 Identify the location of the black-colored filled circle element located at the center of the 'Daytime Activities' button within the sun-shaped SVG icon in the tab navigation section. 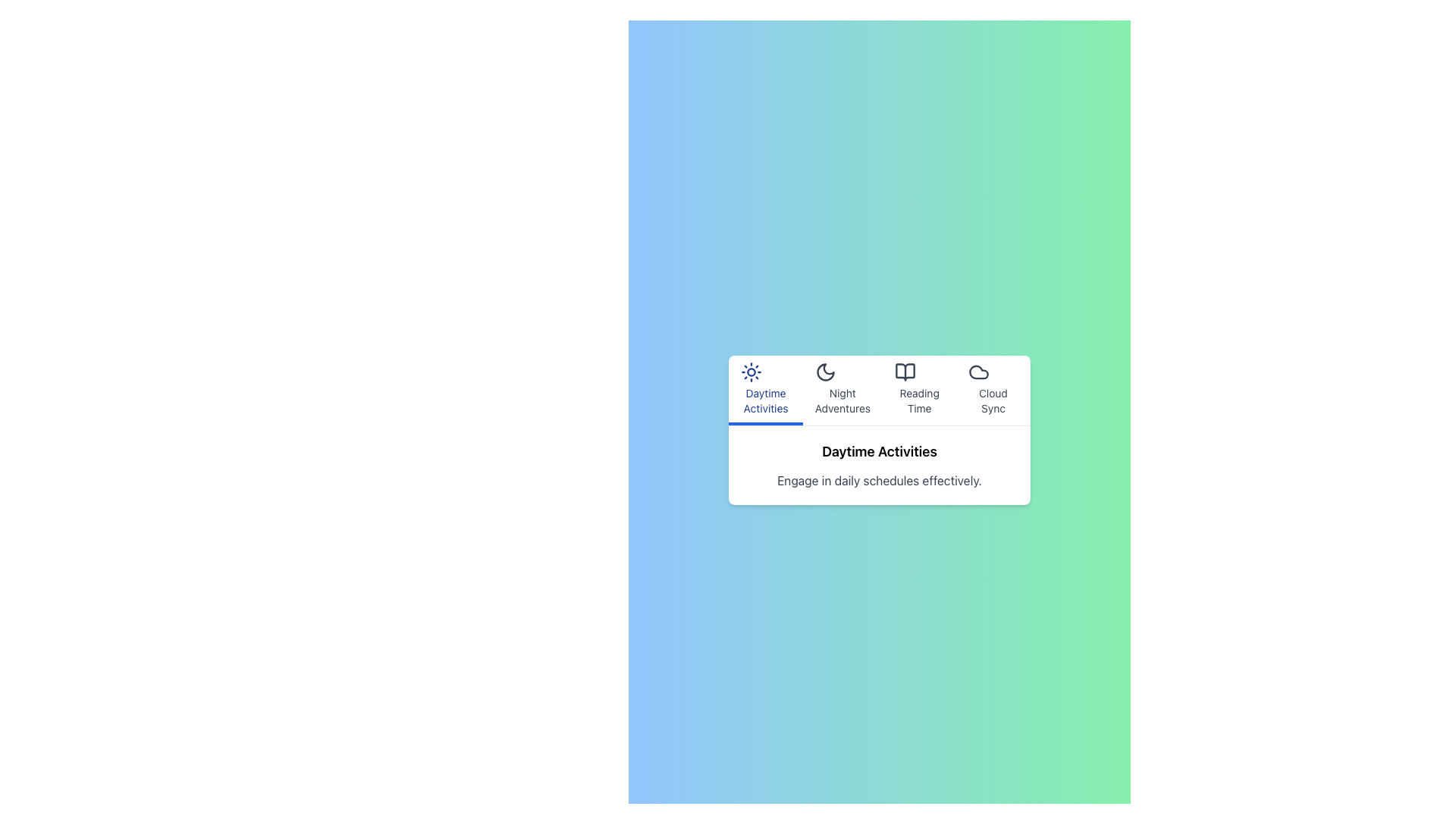
(752, 372).